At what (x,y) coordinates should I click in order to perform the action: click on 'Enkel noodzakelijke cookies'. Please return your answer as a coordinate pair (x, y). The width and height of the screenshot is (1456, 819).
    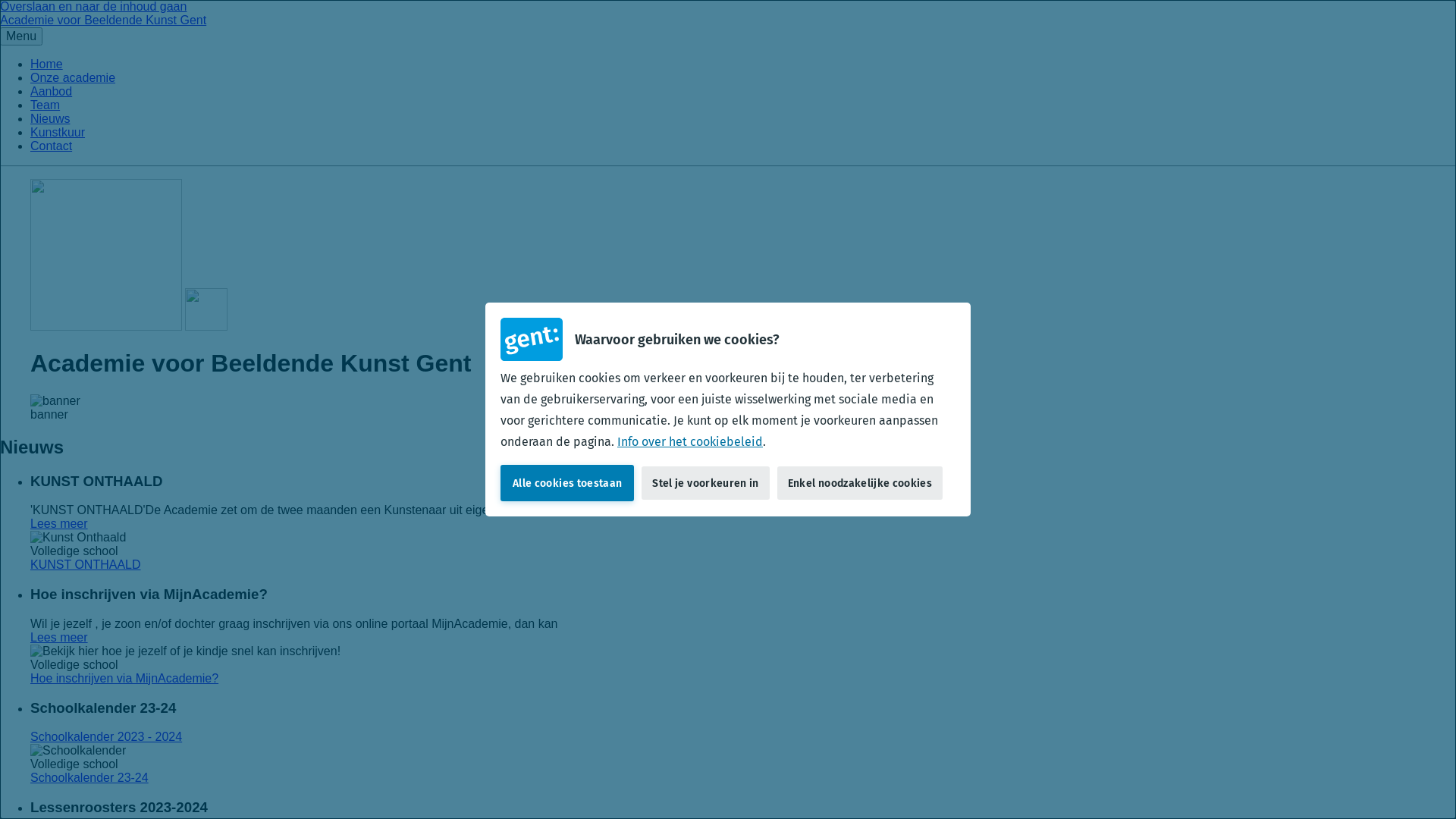
    Looking at the image, I should click on (859, 482).